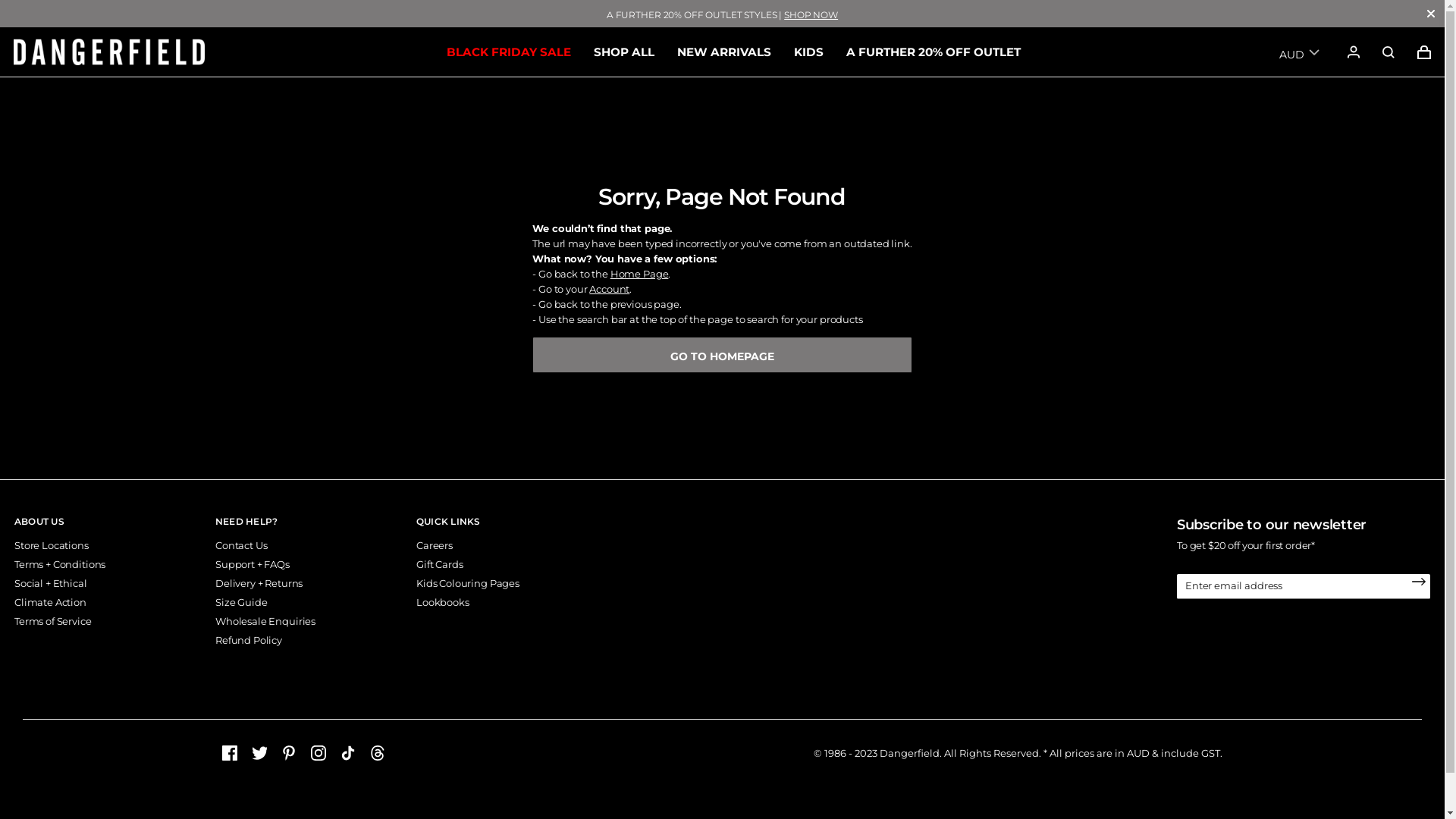  What do you see at coordinates (59, 564) in the screenshot?
I see `'Terms + Conditions'` at bounding box center [59, 564].